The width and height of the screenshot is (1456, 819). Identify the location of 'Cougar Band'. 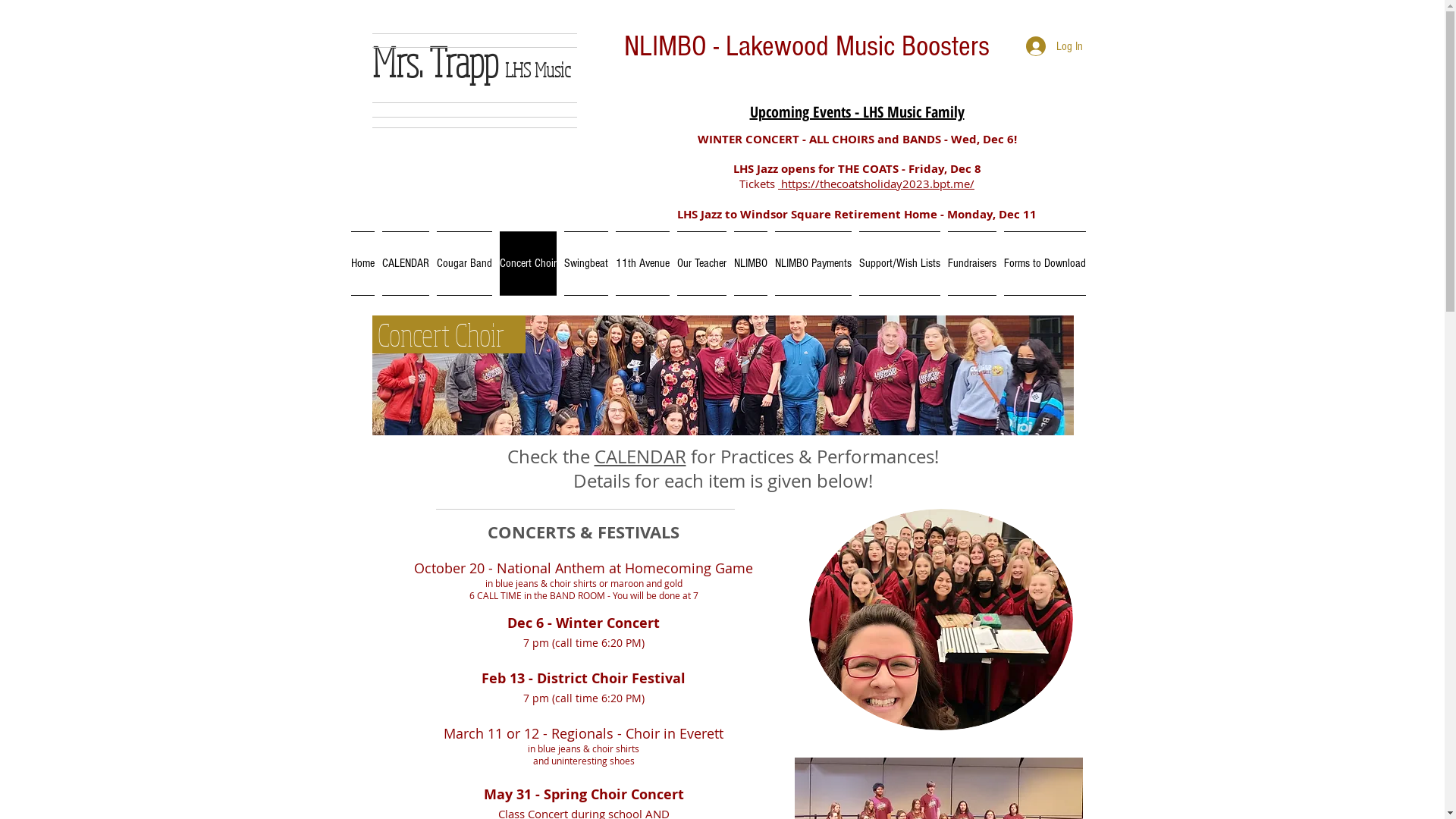
(463, 262).